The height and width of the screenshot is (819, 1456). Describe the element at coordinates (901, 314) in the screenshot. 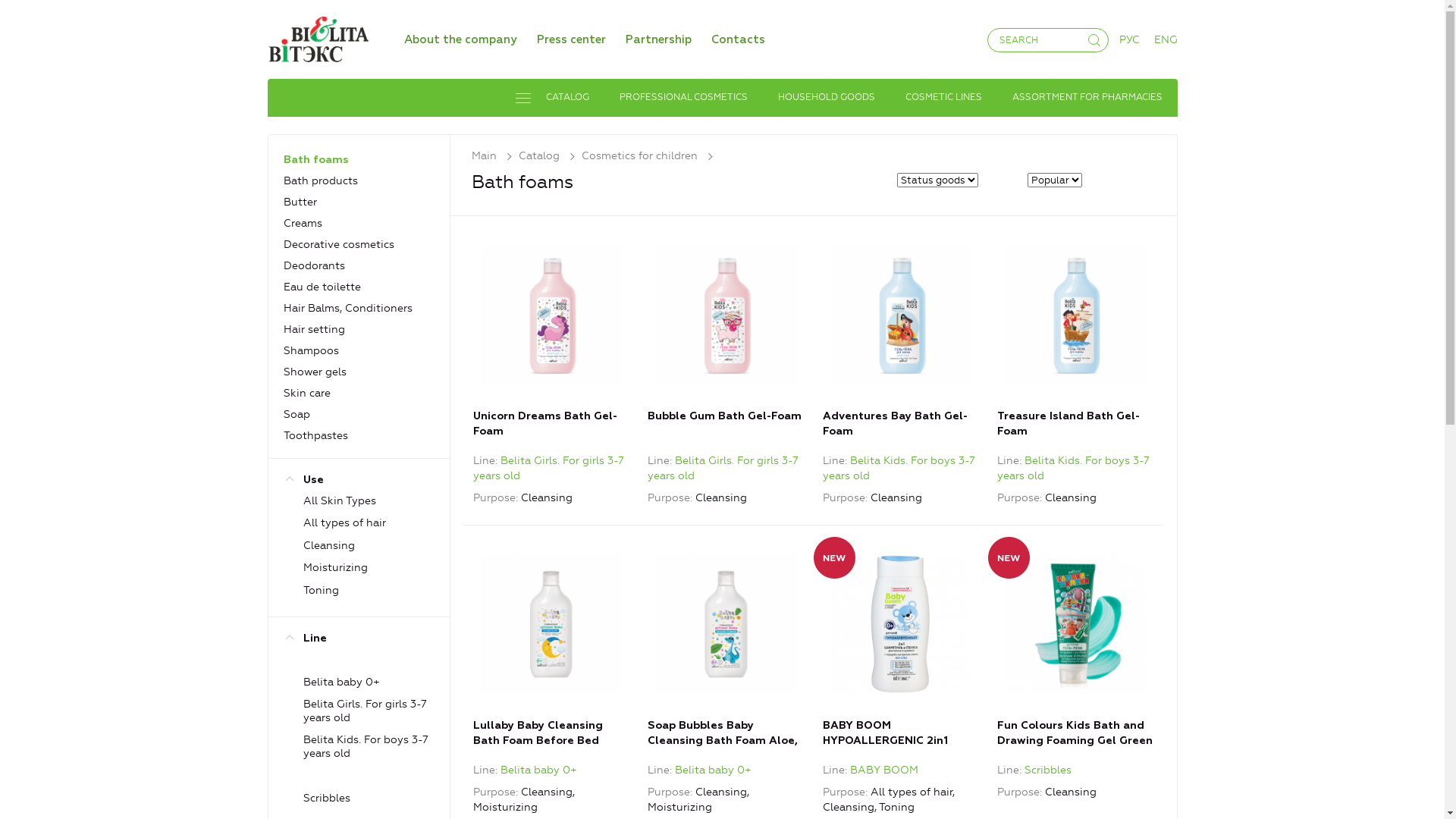

I see `'Adventures Bay Bath Gel-Foam'` at that location.